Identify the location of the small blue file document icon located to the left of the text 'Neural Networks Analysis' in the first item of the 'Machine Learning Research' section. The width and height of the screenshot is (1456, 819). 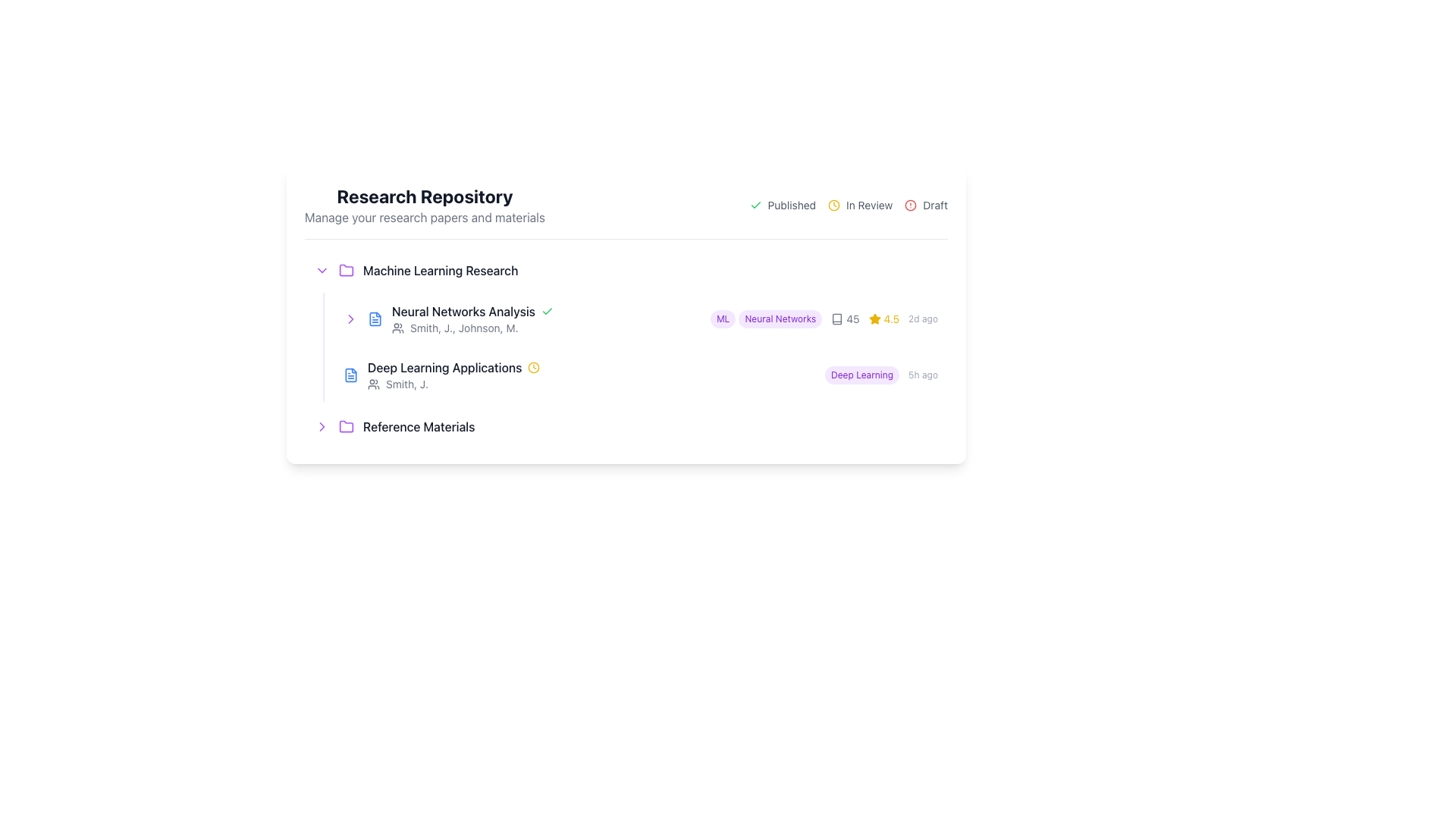
(375, 318).